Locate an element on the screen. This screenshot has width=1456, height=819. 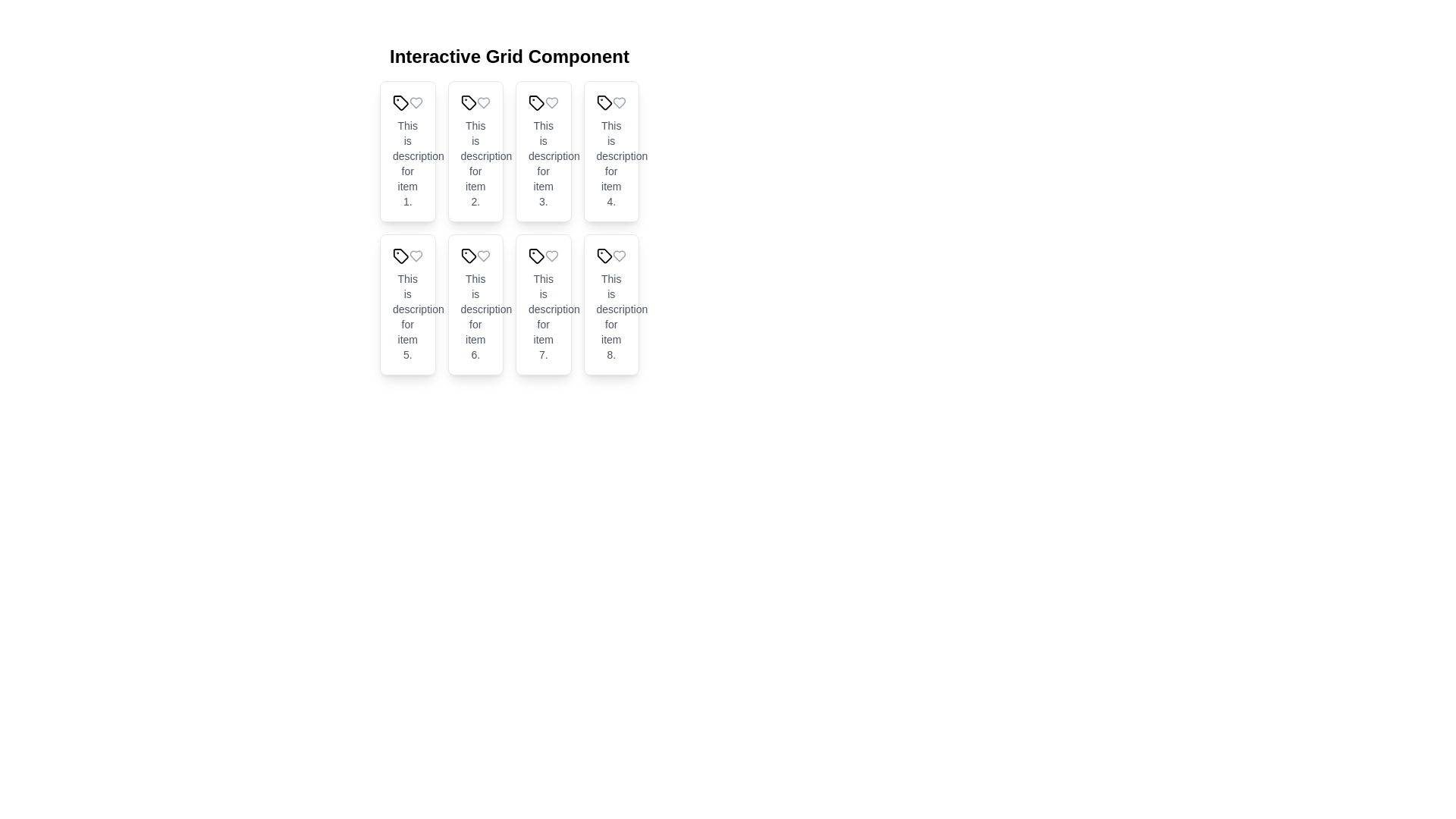
the heart icon located in the top-right corner of the third card in a grid of eight cards is located at coordinates (551, 102).